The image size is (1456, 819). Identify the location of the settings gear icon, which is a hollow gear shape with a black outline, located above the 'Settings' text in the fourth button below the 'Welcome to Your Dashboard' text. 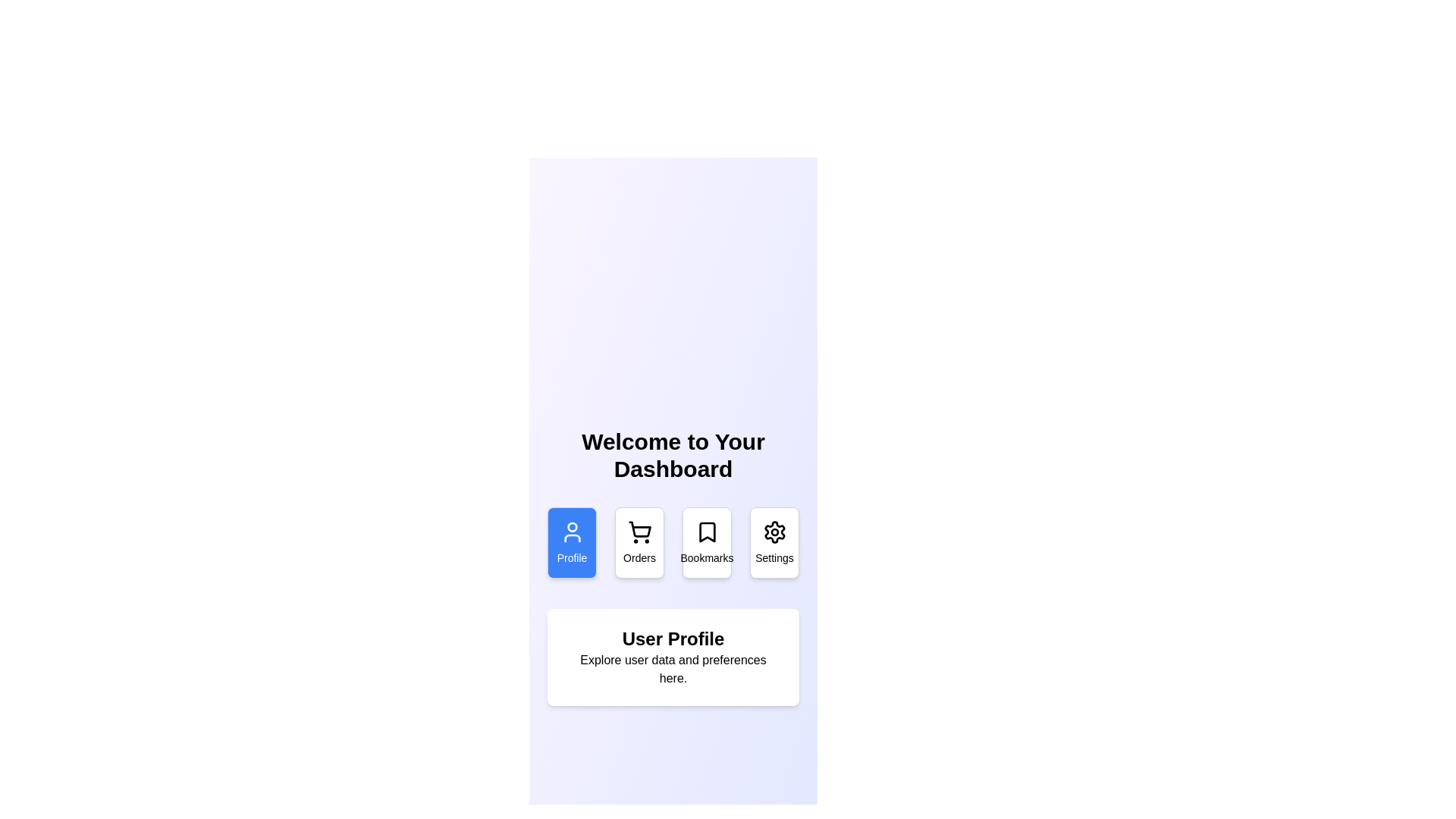
(774, 532).